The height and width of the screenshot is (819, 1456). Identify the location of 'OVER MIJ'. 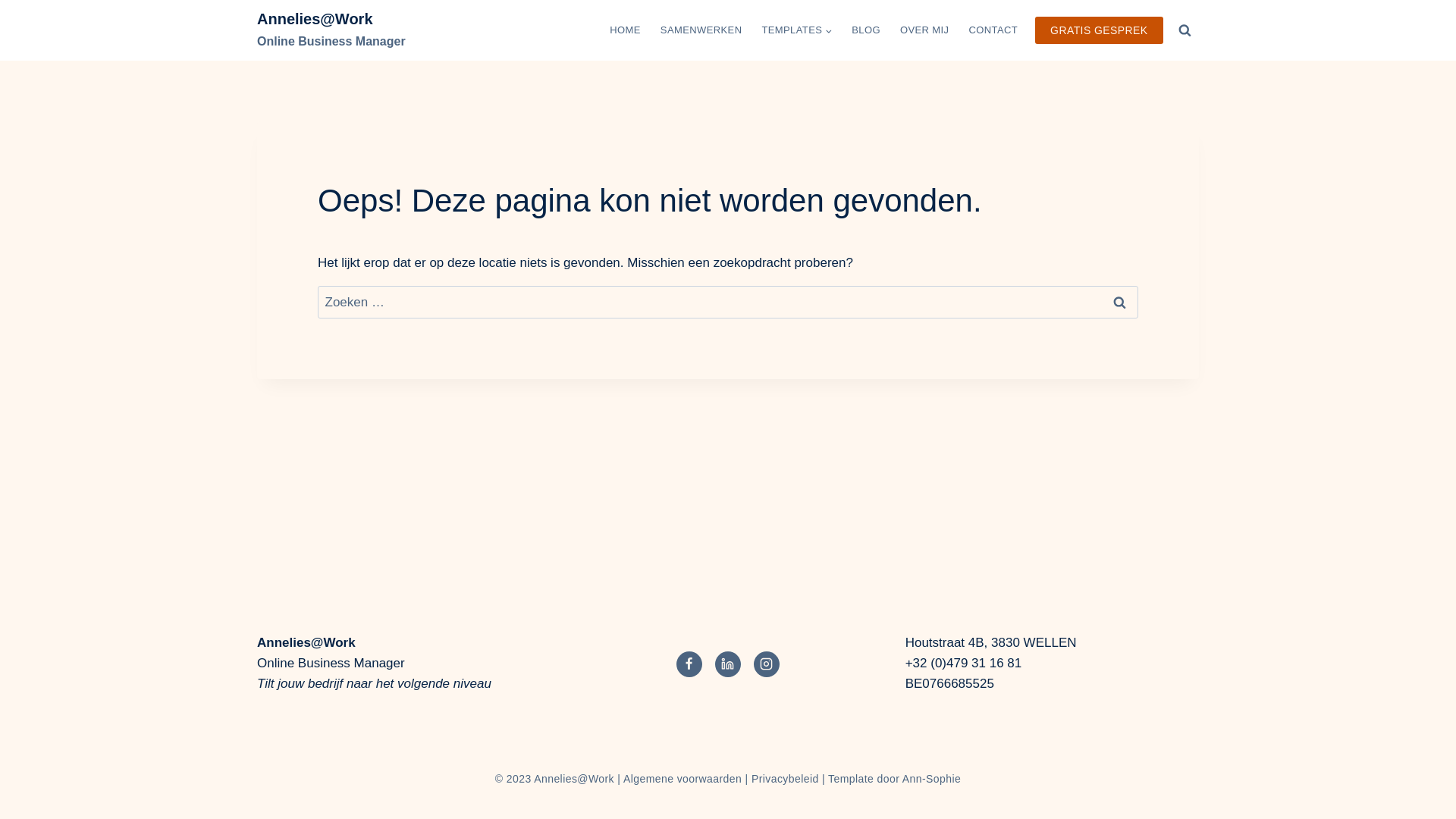
(924, 30).